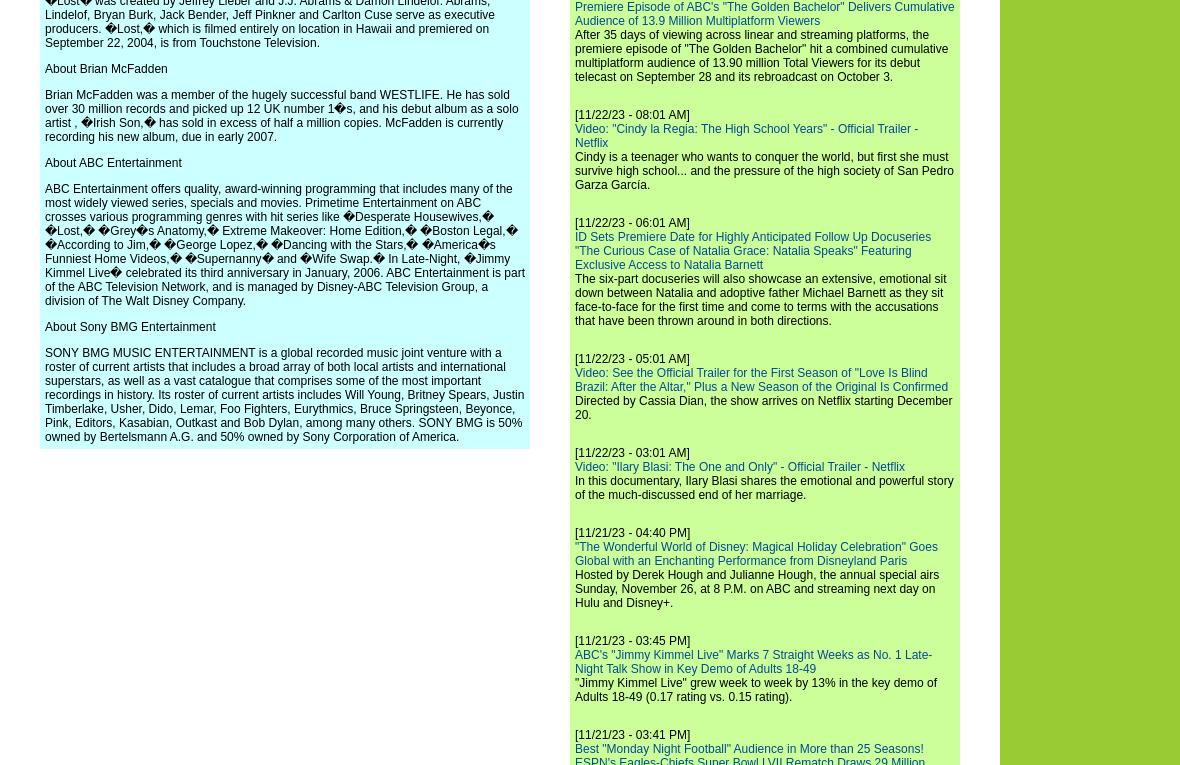 The image size is (1180, 765). I want to click on 'About Brian McFadden', so click(104, 69).